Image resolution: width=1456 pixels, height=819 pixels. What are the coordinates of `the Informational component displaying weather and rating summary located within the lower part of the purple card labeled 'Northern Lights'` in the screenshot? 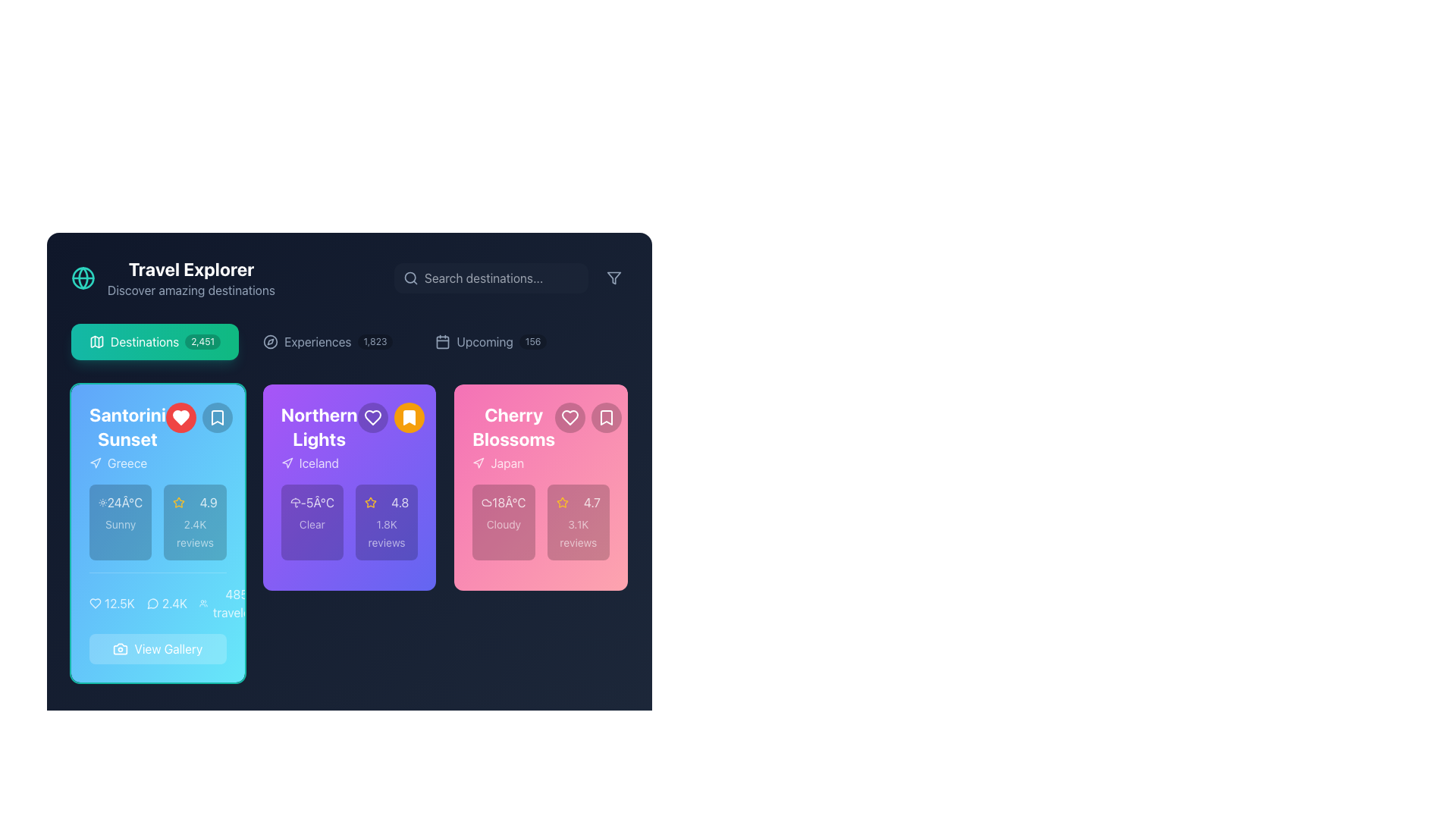 It's located at (348, 522).